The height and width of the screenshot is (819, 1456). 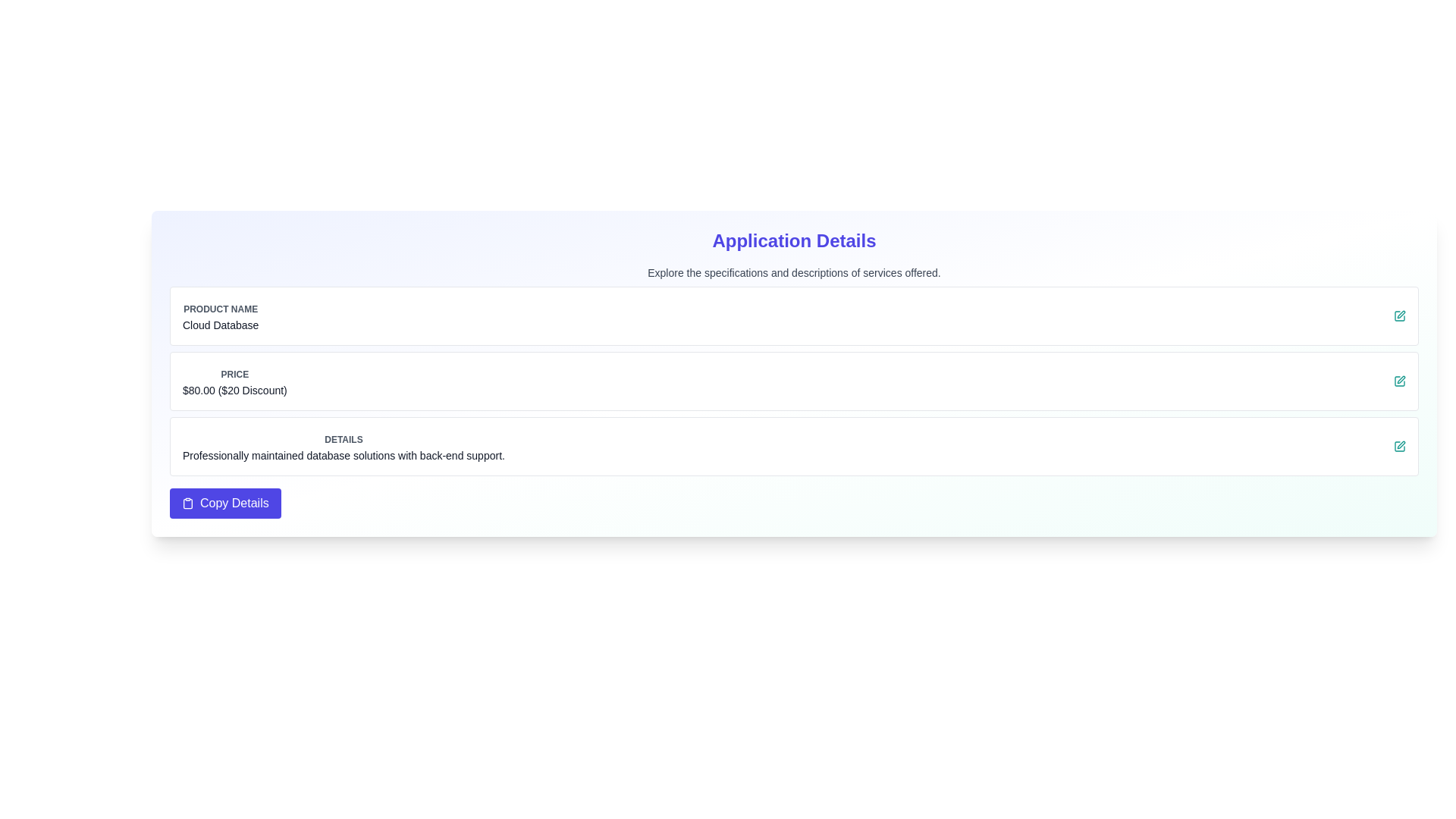 What do you see at coordinates (1401, 314) in the screenshot?
I see `the Icon button styled as an SVG graphic, which resembles a pen or edit symbol, located next to the details section of the interface` at bounding box center [1401, 314].